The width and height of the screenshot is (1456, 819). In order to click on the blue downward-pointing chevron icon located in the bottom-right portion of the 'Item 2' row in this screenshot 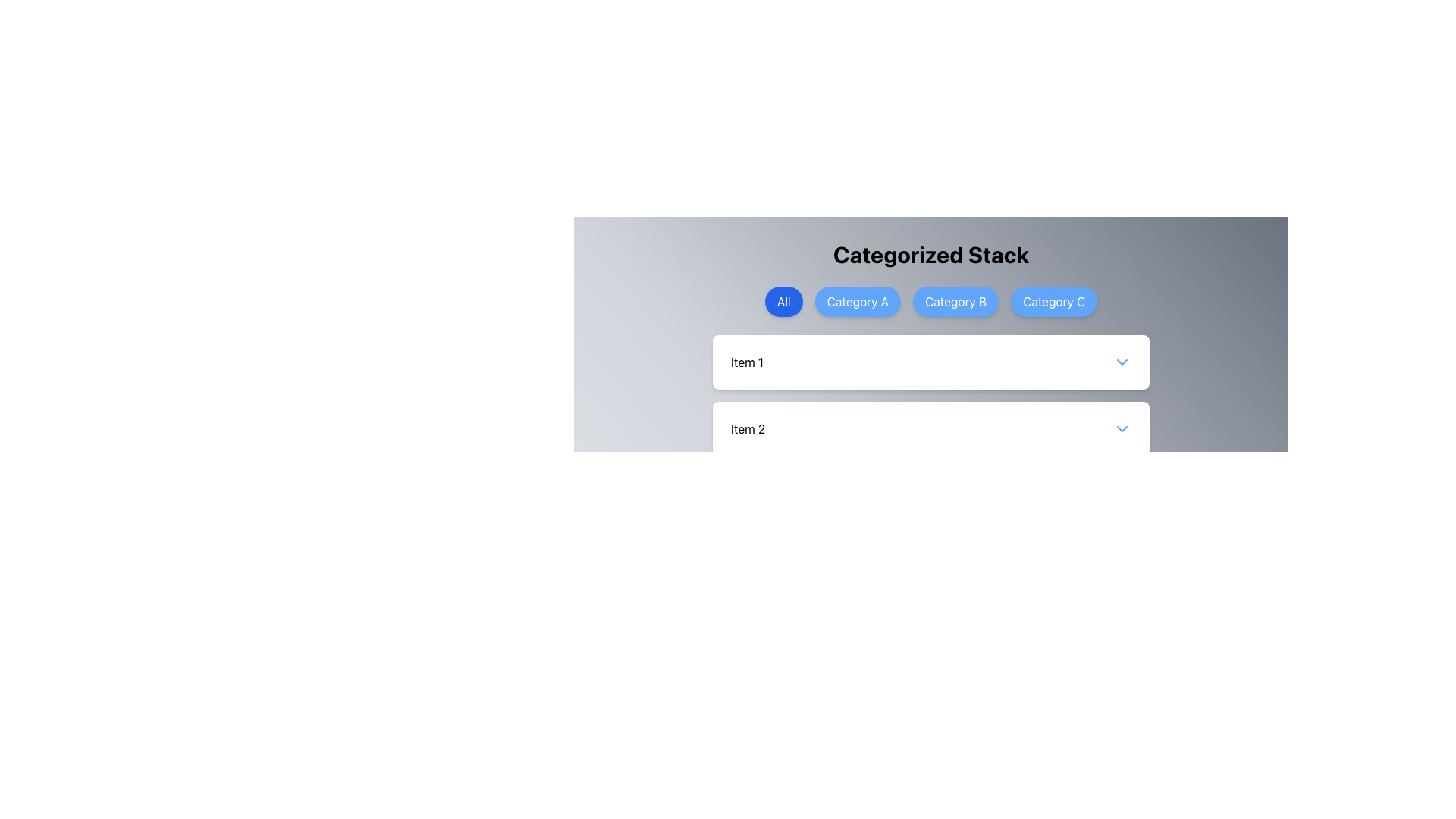, I will do `click(1122, 429)`.